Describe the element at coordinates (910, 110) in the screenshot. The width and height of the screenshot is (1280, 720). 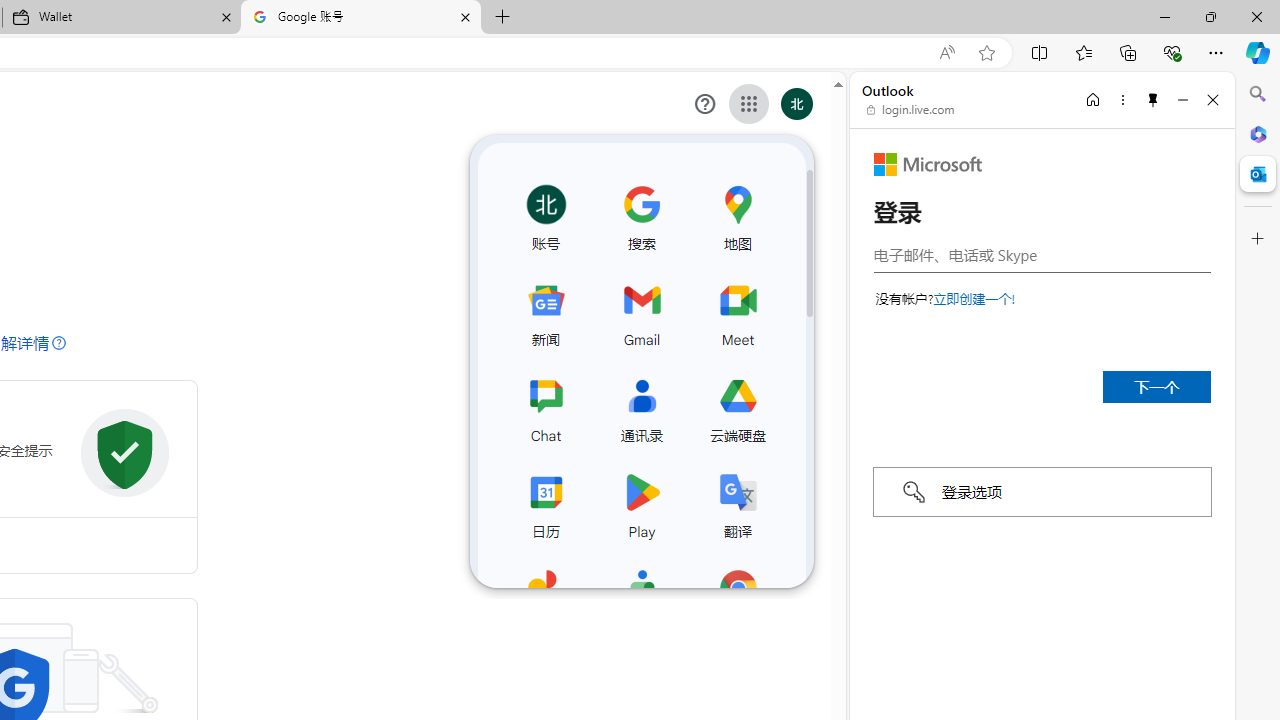
I see `'login.live.com'` at that location.